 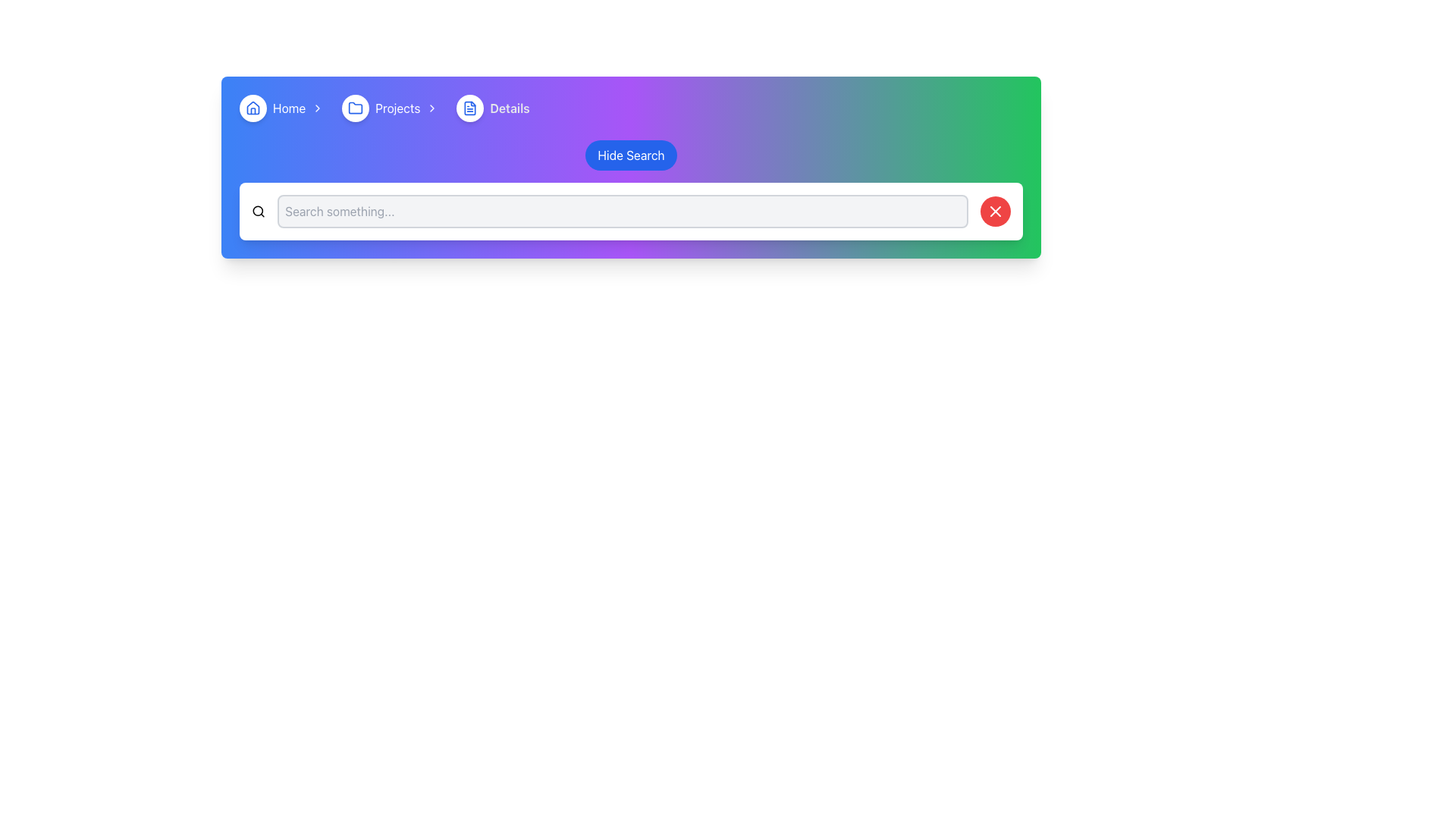 I want to click on the Breadcrumb Separator Icon, which is an arrow icon pointing to the right, located between the 'Home' text and another breadcrumb separator icon in the breadcrumb navigation bar, so click(x=317, y=107).